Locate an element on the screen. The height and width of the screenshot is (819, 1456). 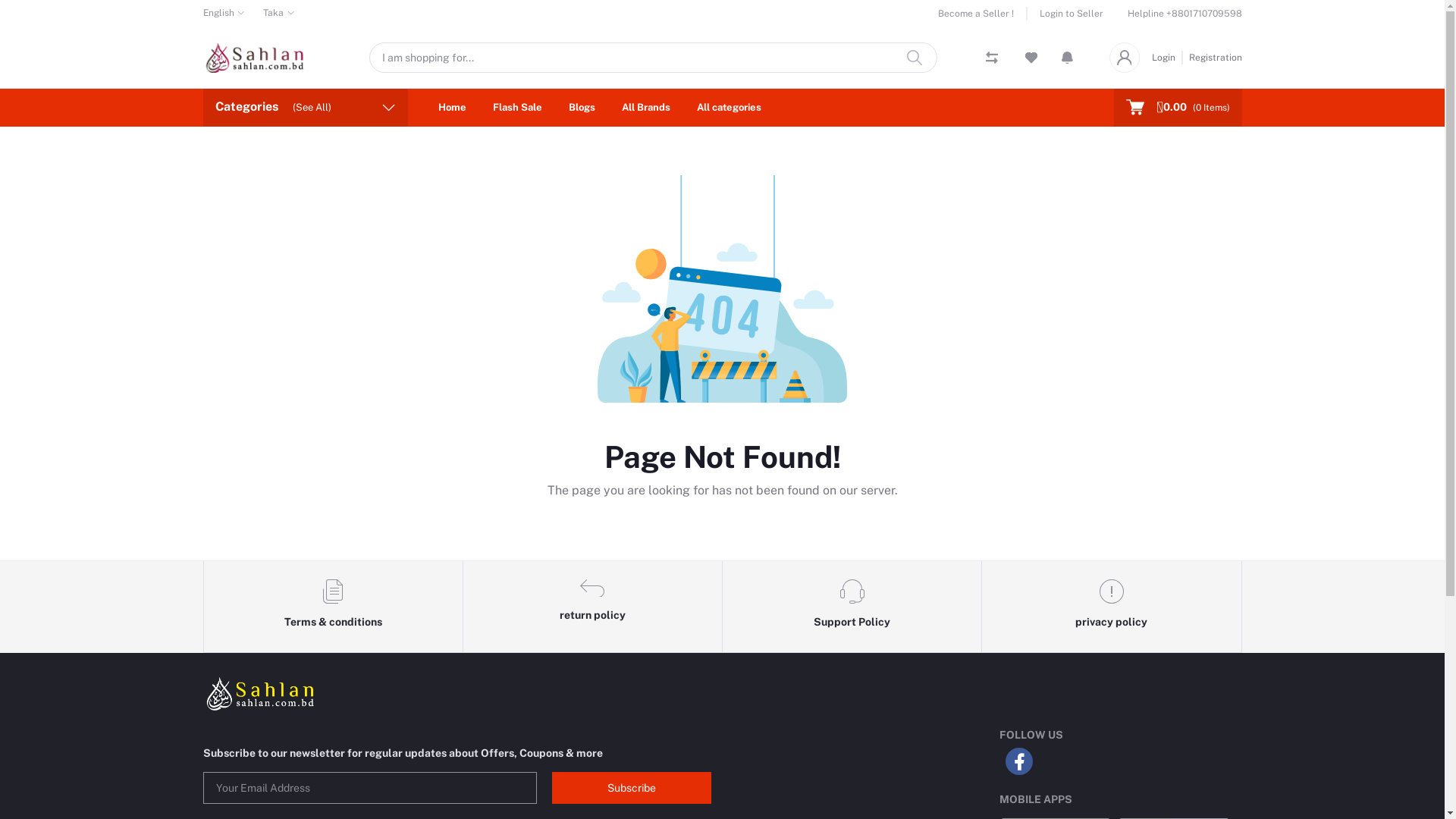
'Support Policy' is located at coordinates (852, 607).